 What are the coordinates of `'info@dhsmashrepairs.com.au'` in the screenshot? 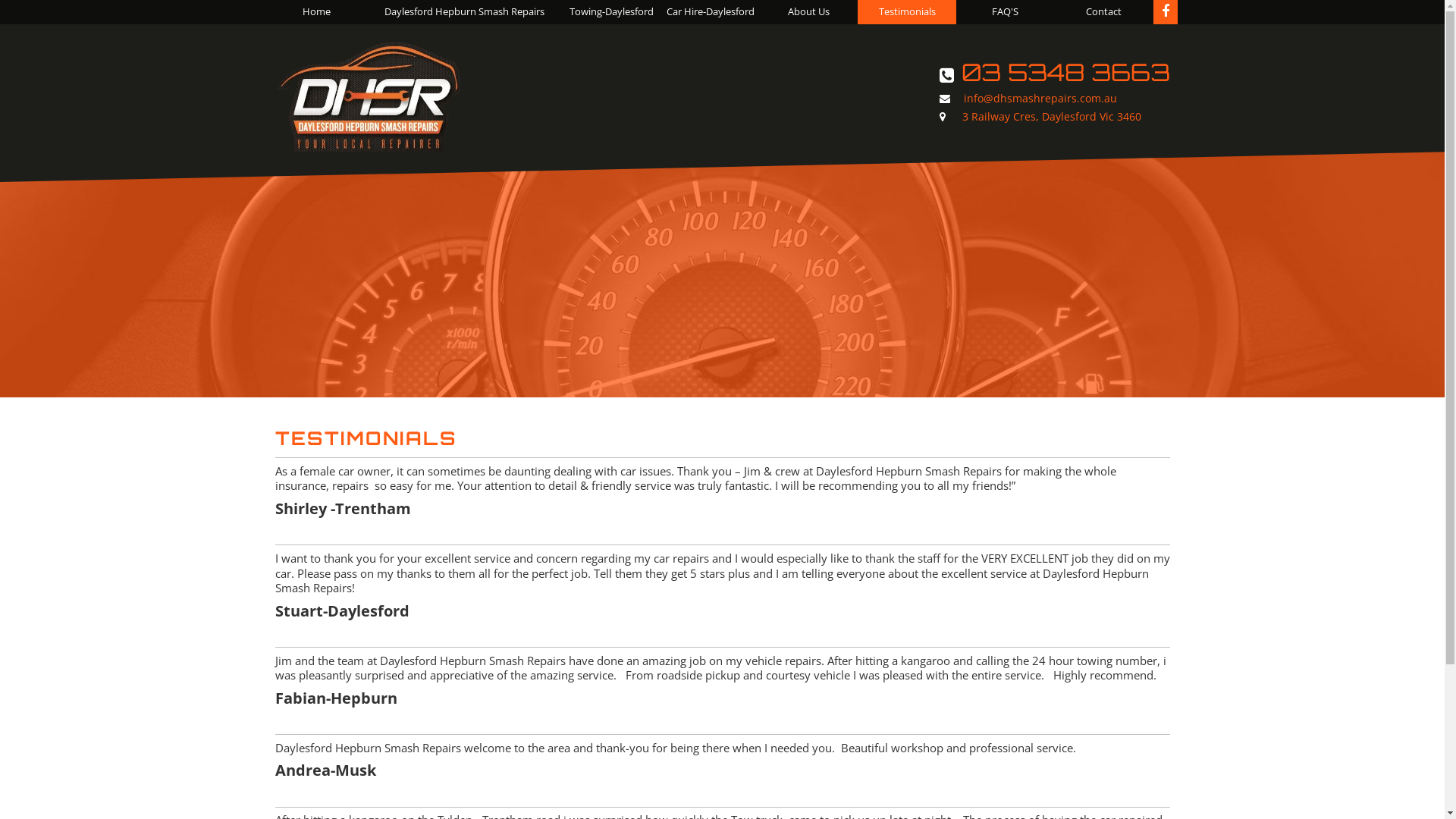 It's located at (1027, 98).